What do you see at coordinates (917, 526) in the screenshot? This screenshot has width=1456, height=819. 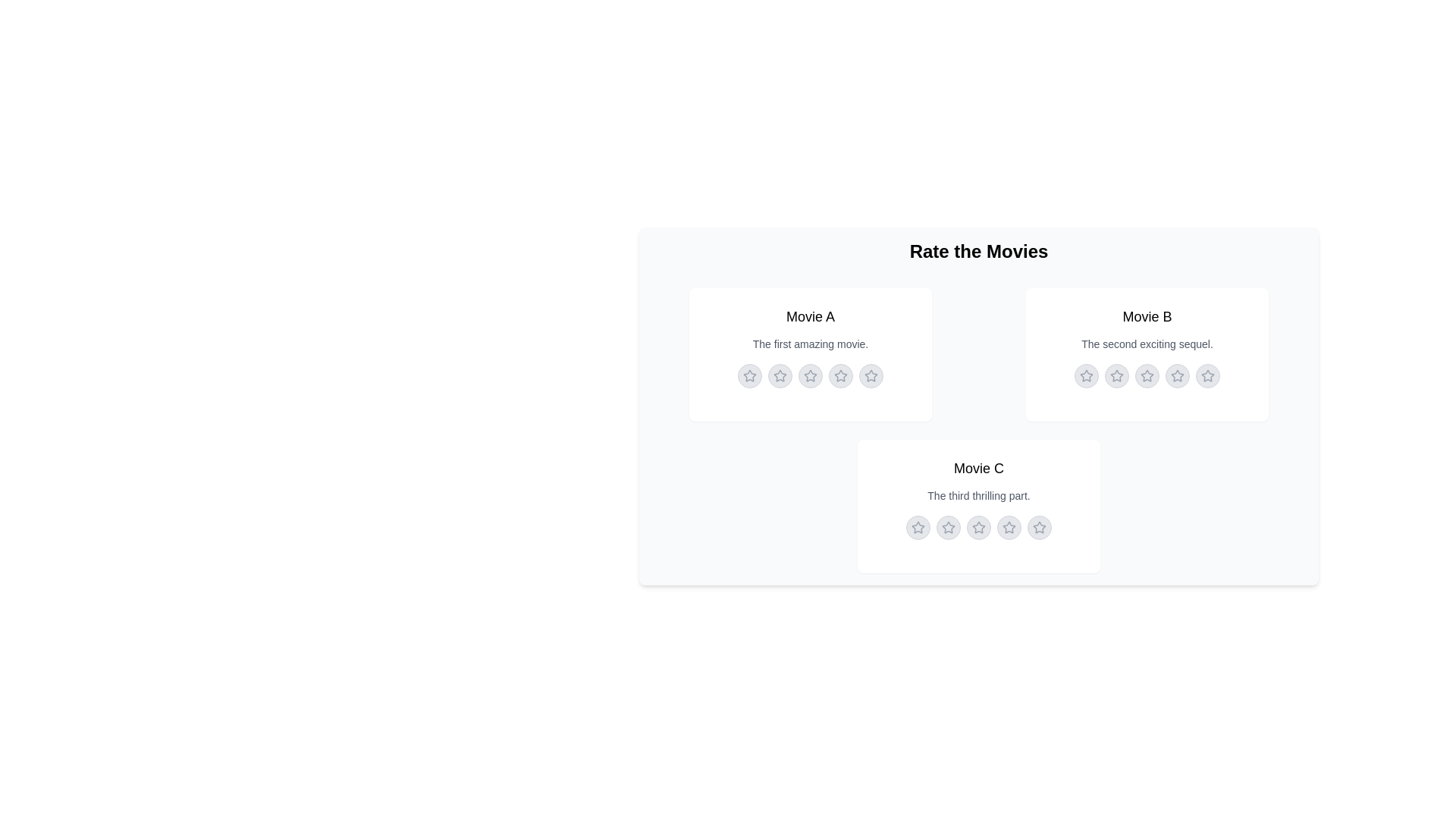 I see `the first rating star under the subtitle 'Movie C'` at bounding box center [917, 526].